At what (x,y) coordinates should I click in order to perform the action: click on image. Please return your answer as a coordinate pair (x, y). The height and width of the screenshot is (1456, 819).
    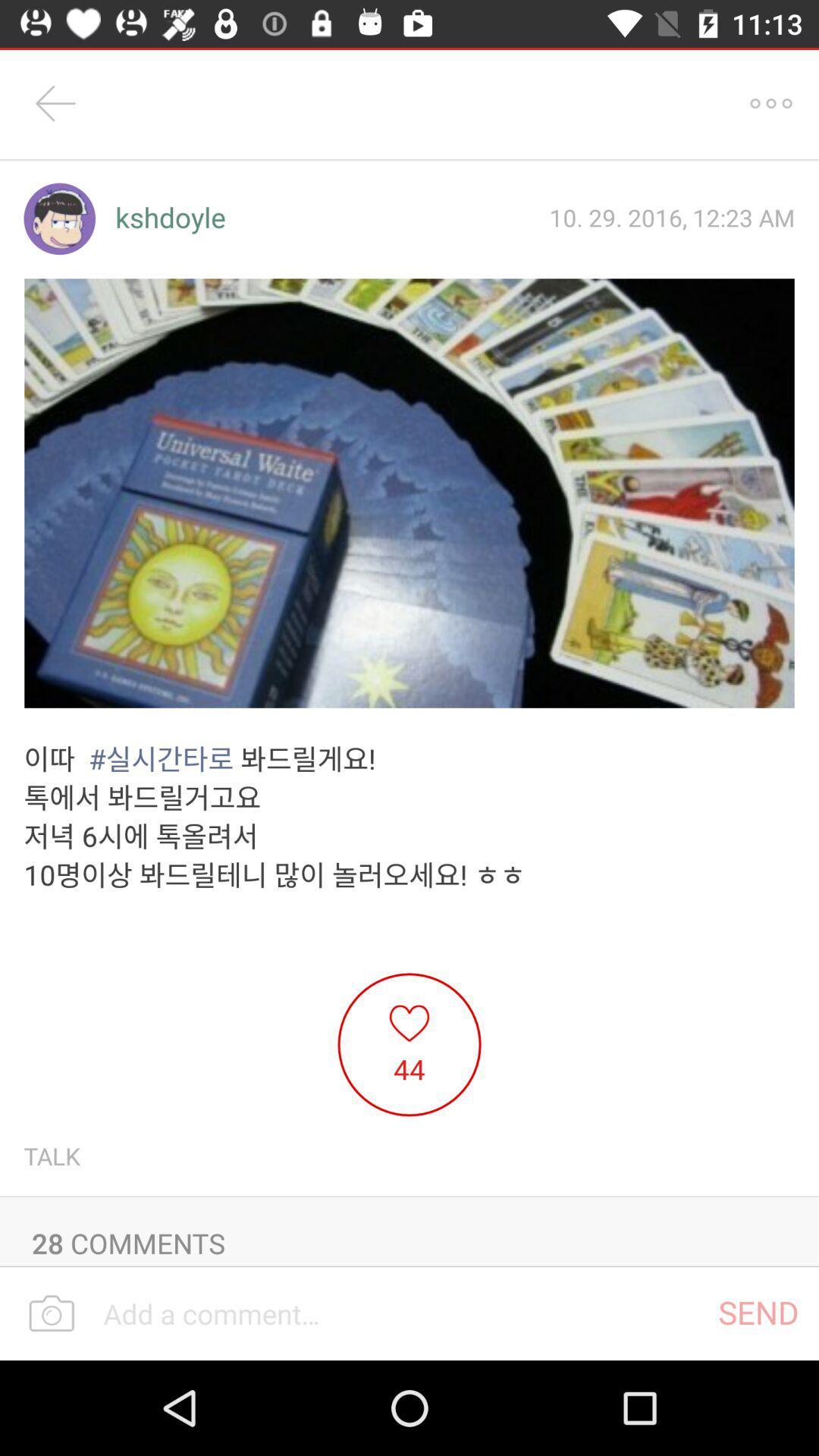
    Looking at the image, I should click on (409, 493).